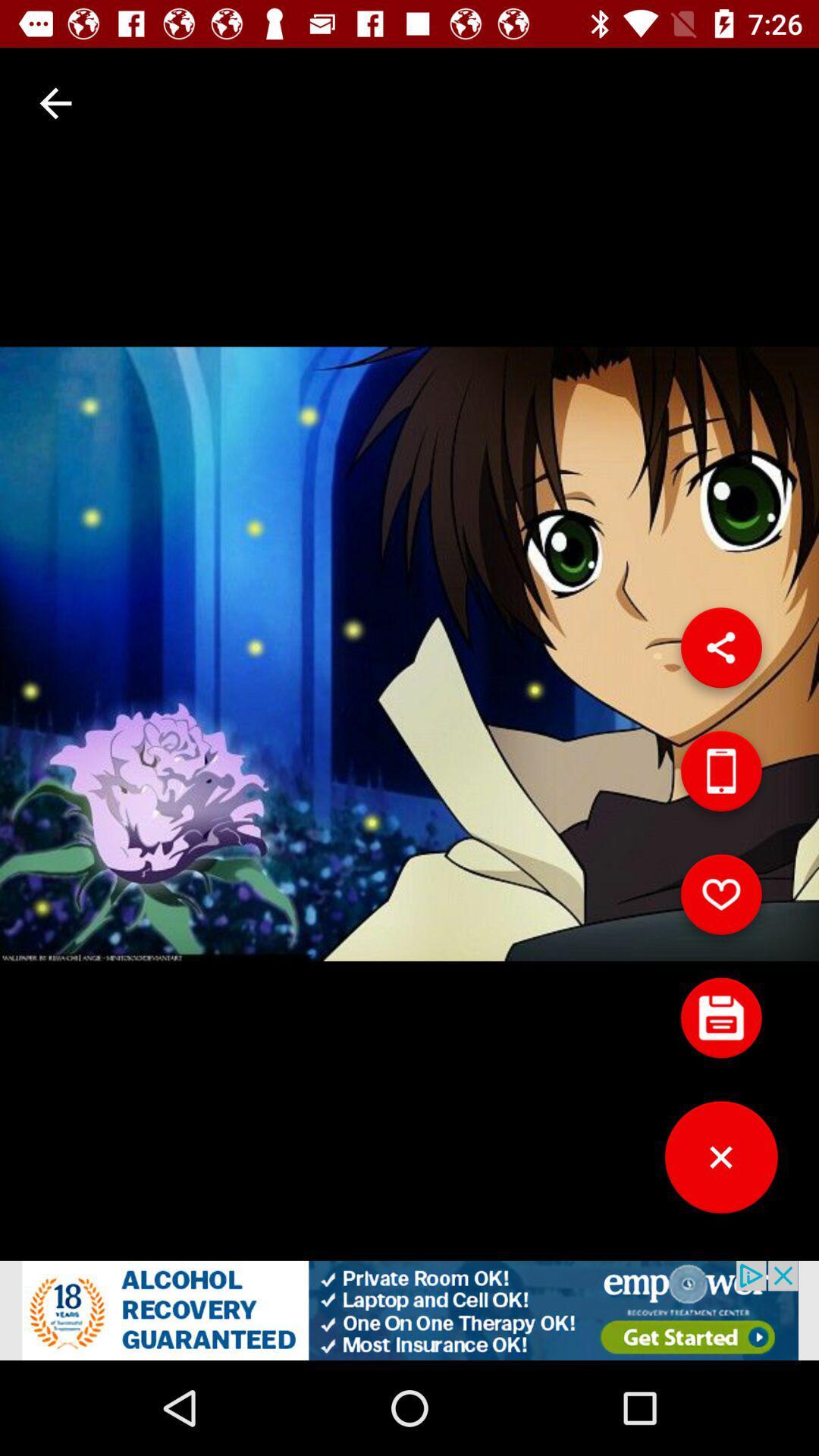  What do you see at coordinates (720, 1024) in the screenshot?
I see `the picture` at bounding box center [720, 1024].